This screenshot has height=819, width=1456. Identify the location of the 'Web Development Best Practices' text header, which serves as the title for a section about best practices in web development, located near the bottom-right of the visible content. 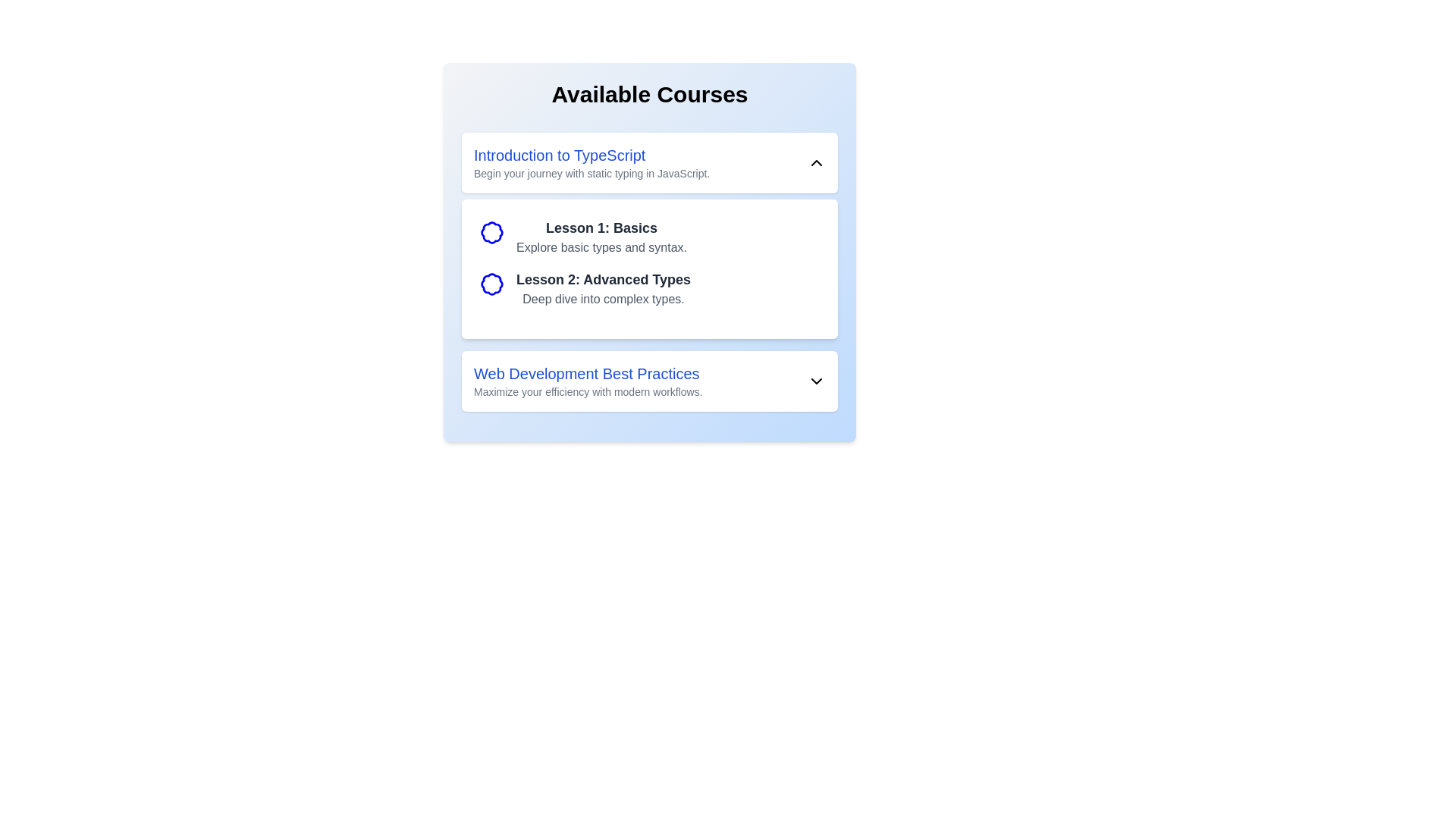
(587, 374).